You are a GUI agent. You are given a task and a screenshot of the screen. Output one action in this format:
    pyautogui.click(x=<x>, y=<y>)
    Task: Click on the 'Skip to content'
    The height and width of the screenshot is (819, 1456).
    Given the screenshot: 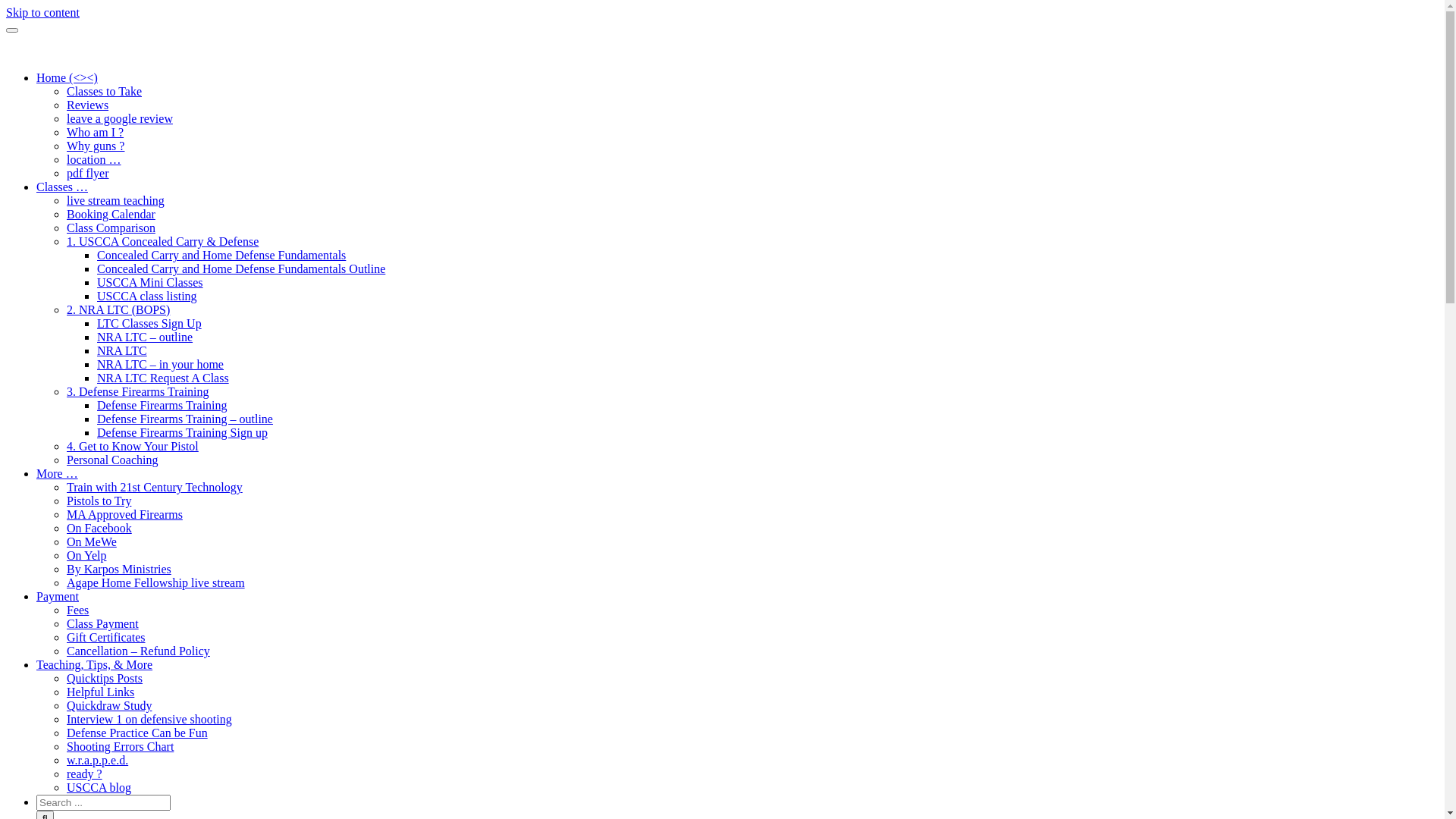 What is the action you would take?
    pyautogui.click(x=42, y=12)
    